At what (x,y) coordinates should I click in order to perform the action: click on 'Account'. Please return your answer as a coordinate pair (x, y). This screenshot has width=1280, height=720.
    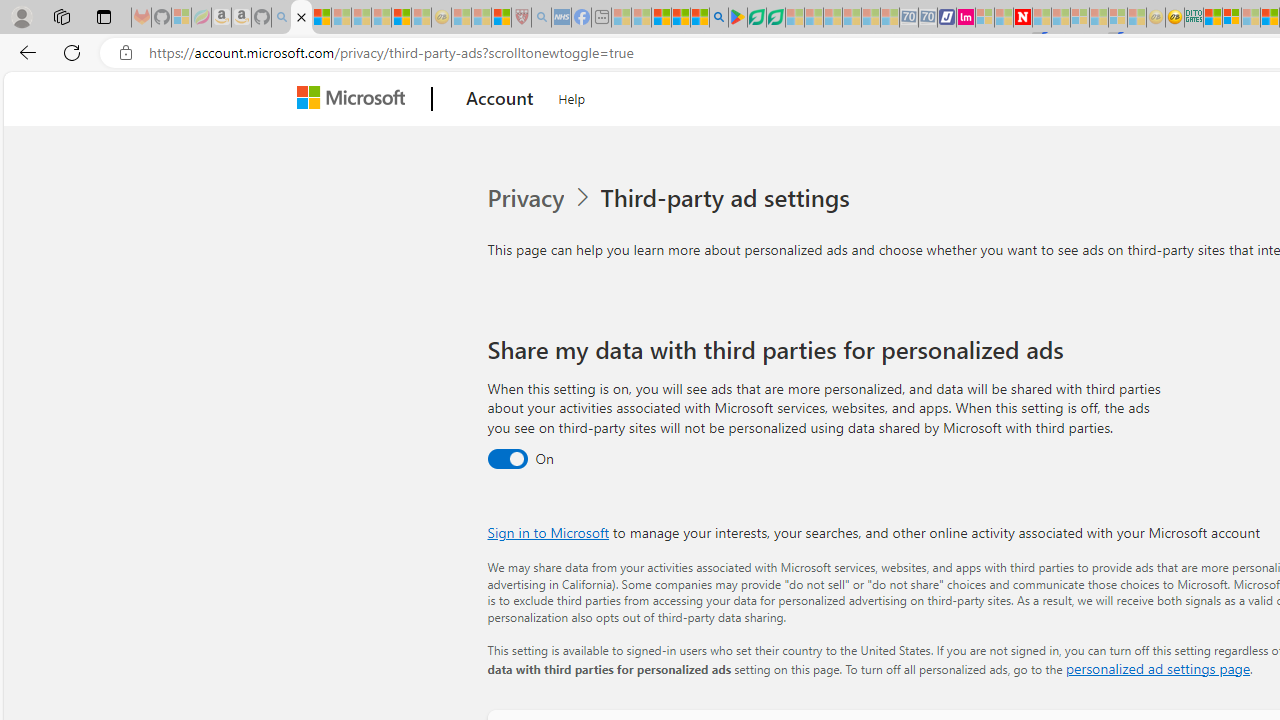
    Looking at the image, I should click on (499, 99).